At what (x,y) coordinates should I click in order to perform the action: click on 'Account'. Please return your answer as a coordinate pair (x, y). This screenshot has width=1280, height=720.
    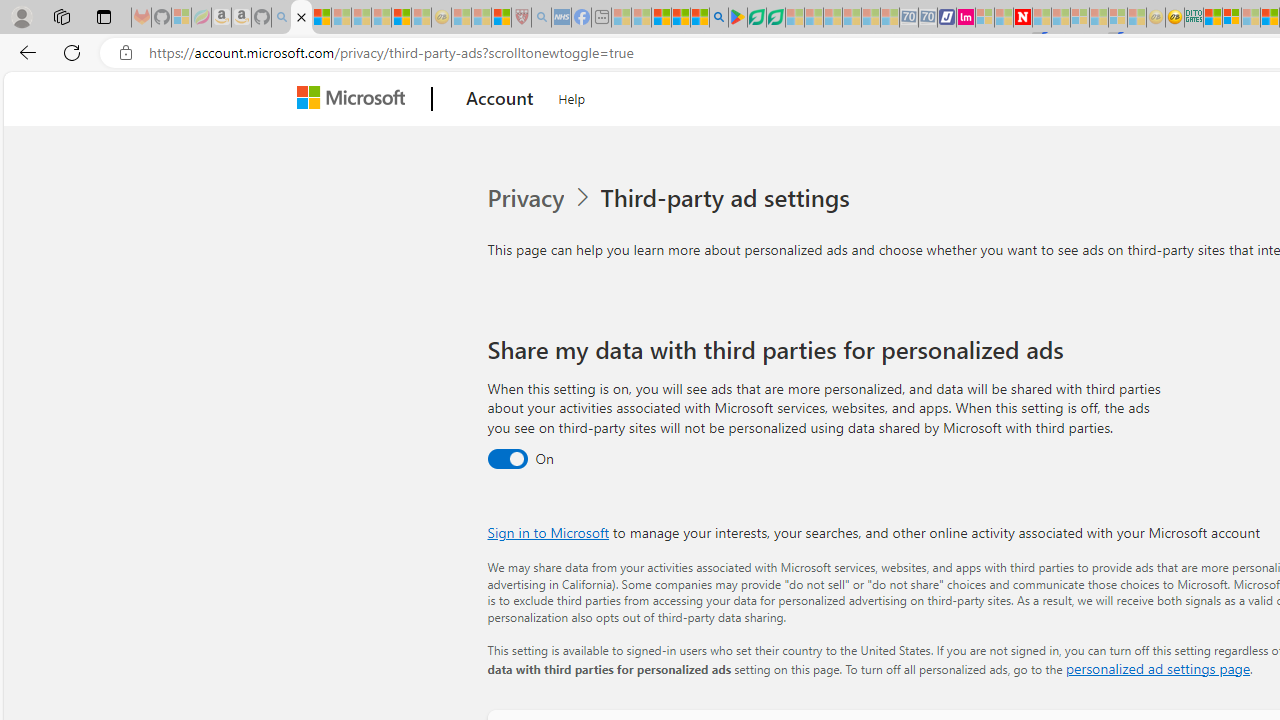
    Looking at the image, I should click on (499, 99).